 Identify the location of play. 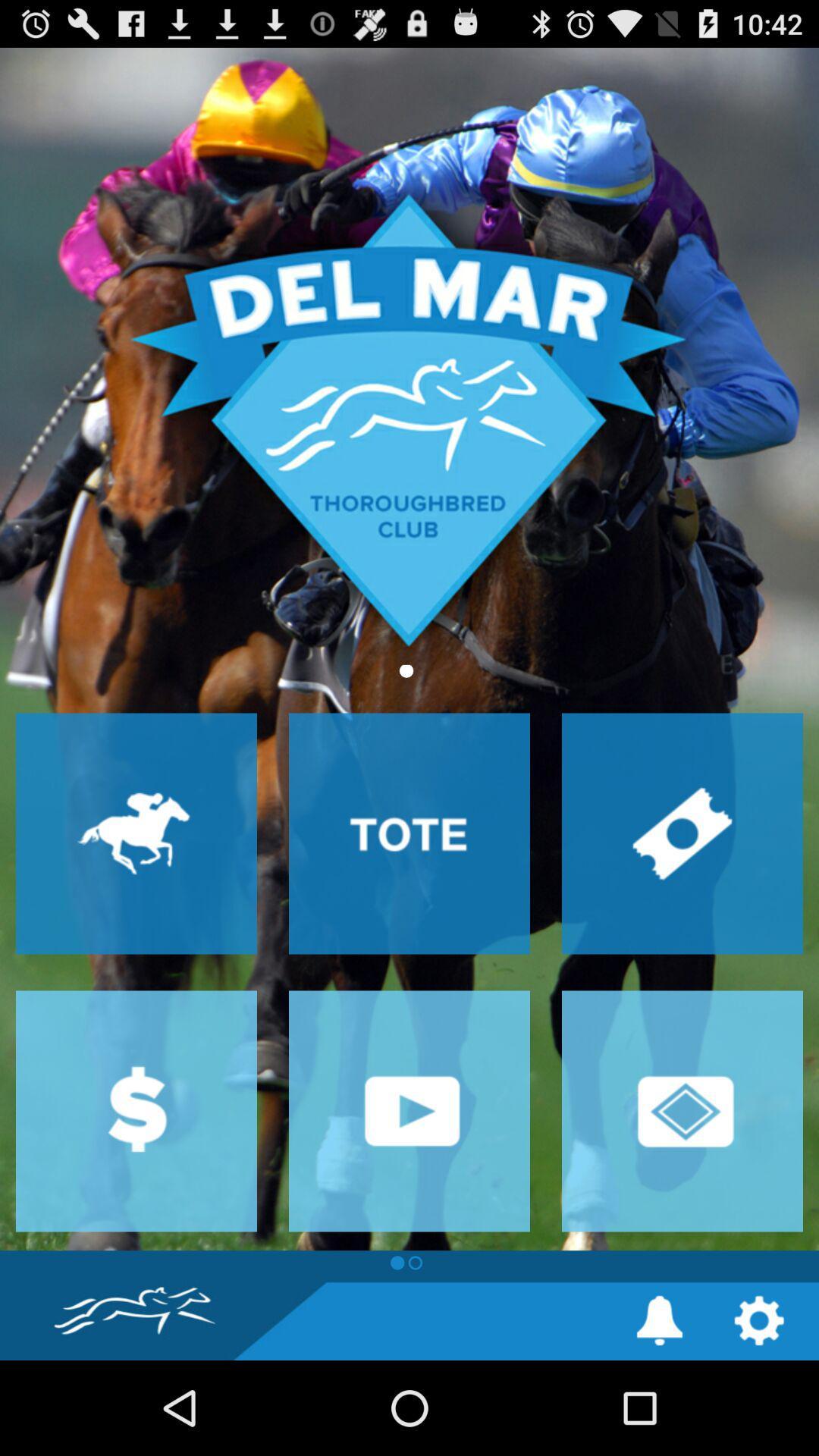
(409, 1111).